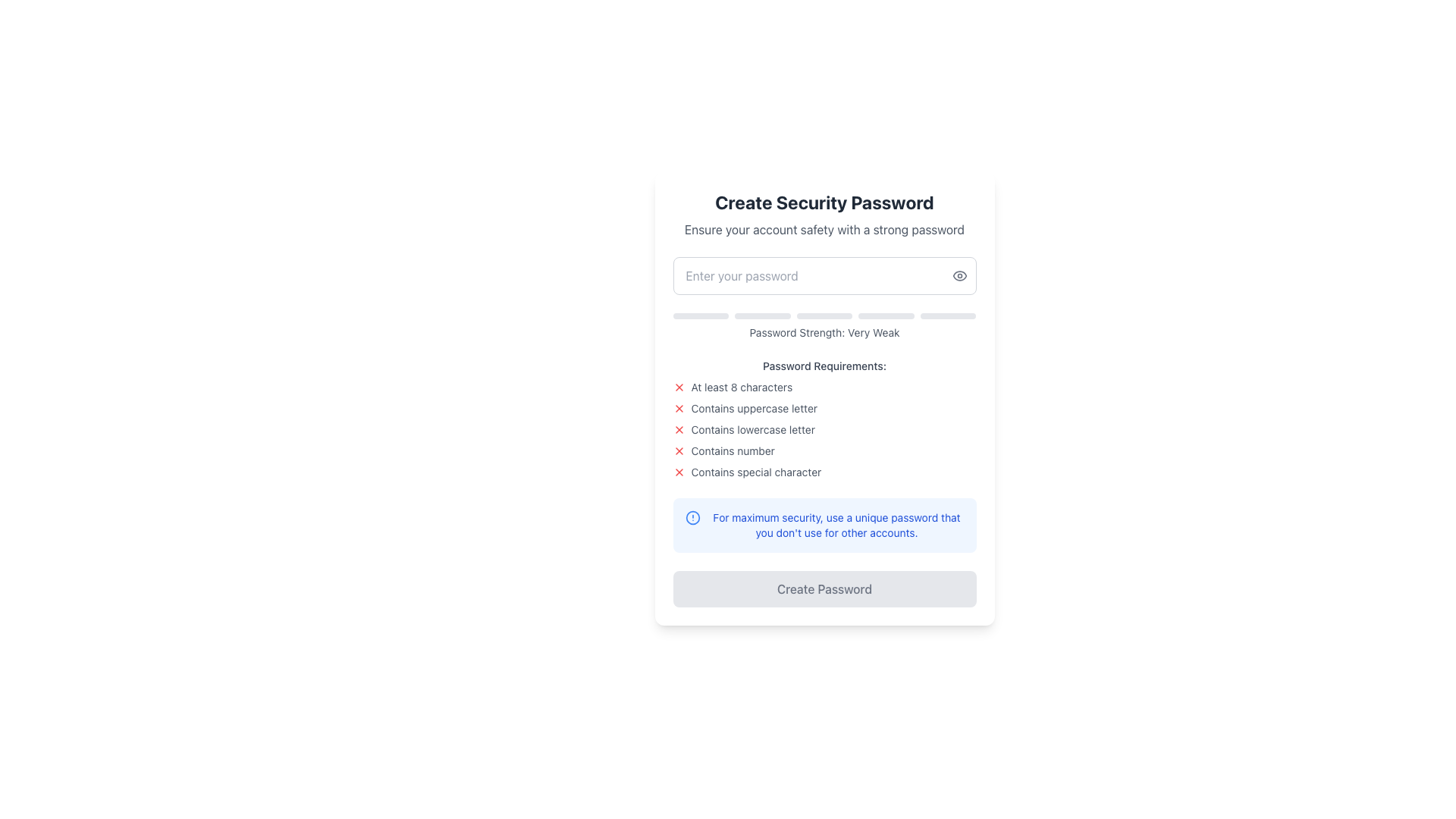 This screenshot has height=819, width=1456. What do you see at coordinates (753, 430) in the screenshot?
I see `the password requirement text indicating that the password must include a lowercase letter, positioned below 'Contains uppercase letter' and above 'Contains number'` at bounding box center [753, 430].